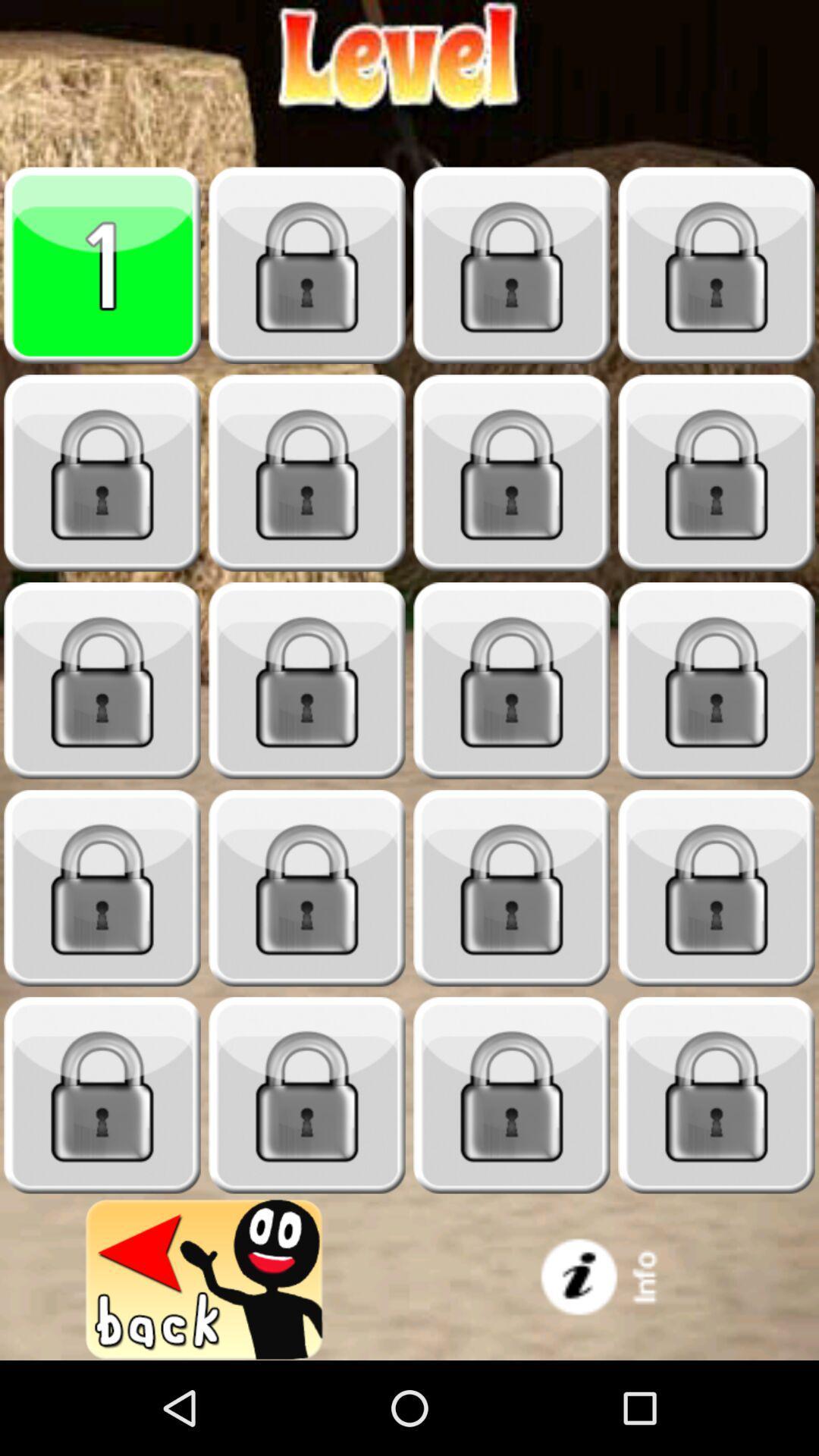  Describe the element at coordinates (102, 680) in the screenshot. I see `locked game level` at that location.